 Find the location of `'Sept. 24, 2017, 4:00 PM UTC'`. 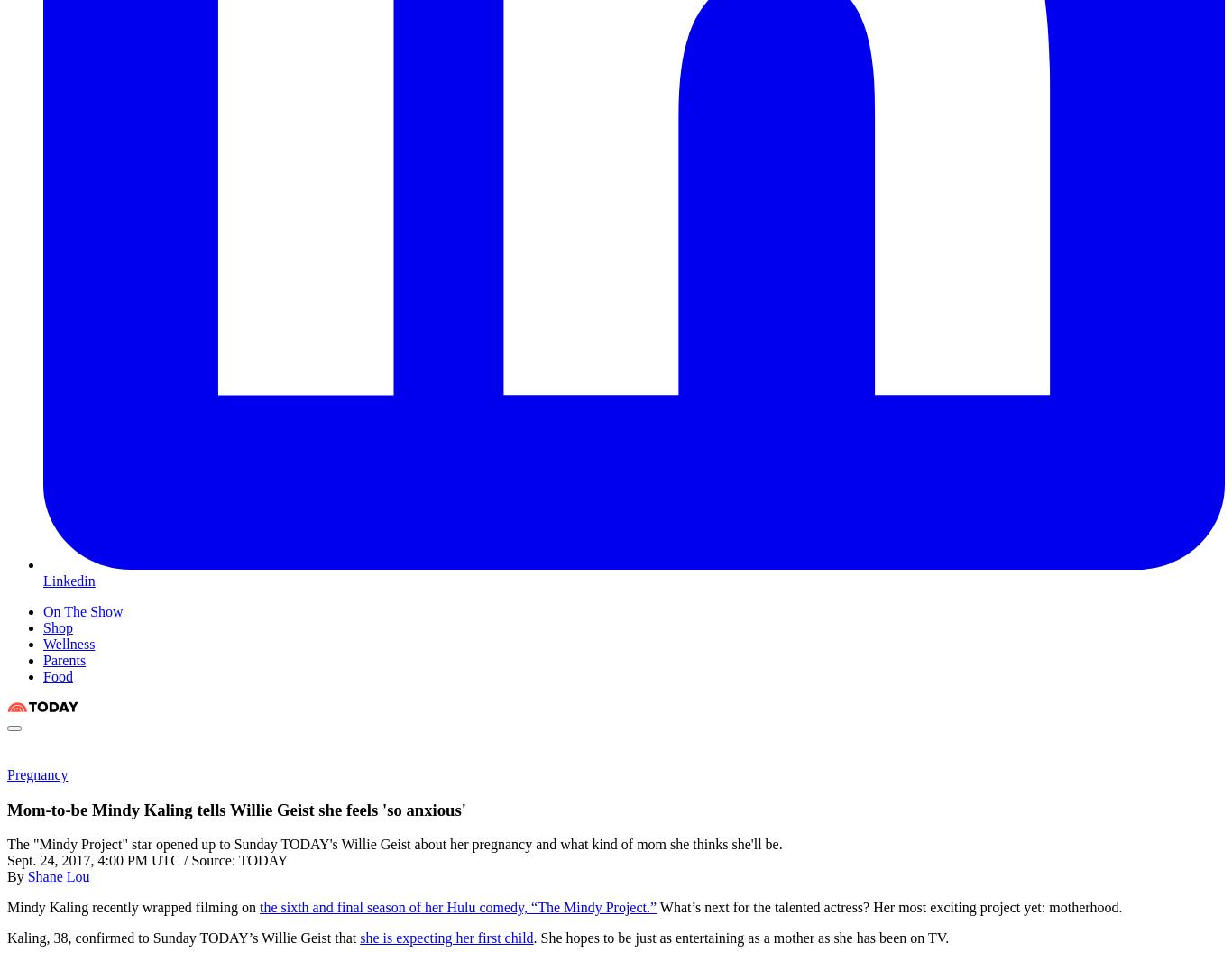

'Sept. 24, 2017, 4:00 PM UTC' is located at coordinates (93, 860).